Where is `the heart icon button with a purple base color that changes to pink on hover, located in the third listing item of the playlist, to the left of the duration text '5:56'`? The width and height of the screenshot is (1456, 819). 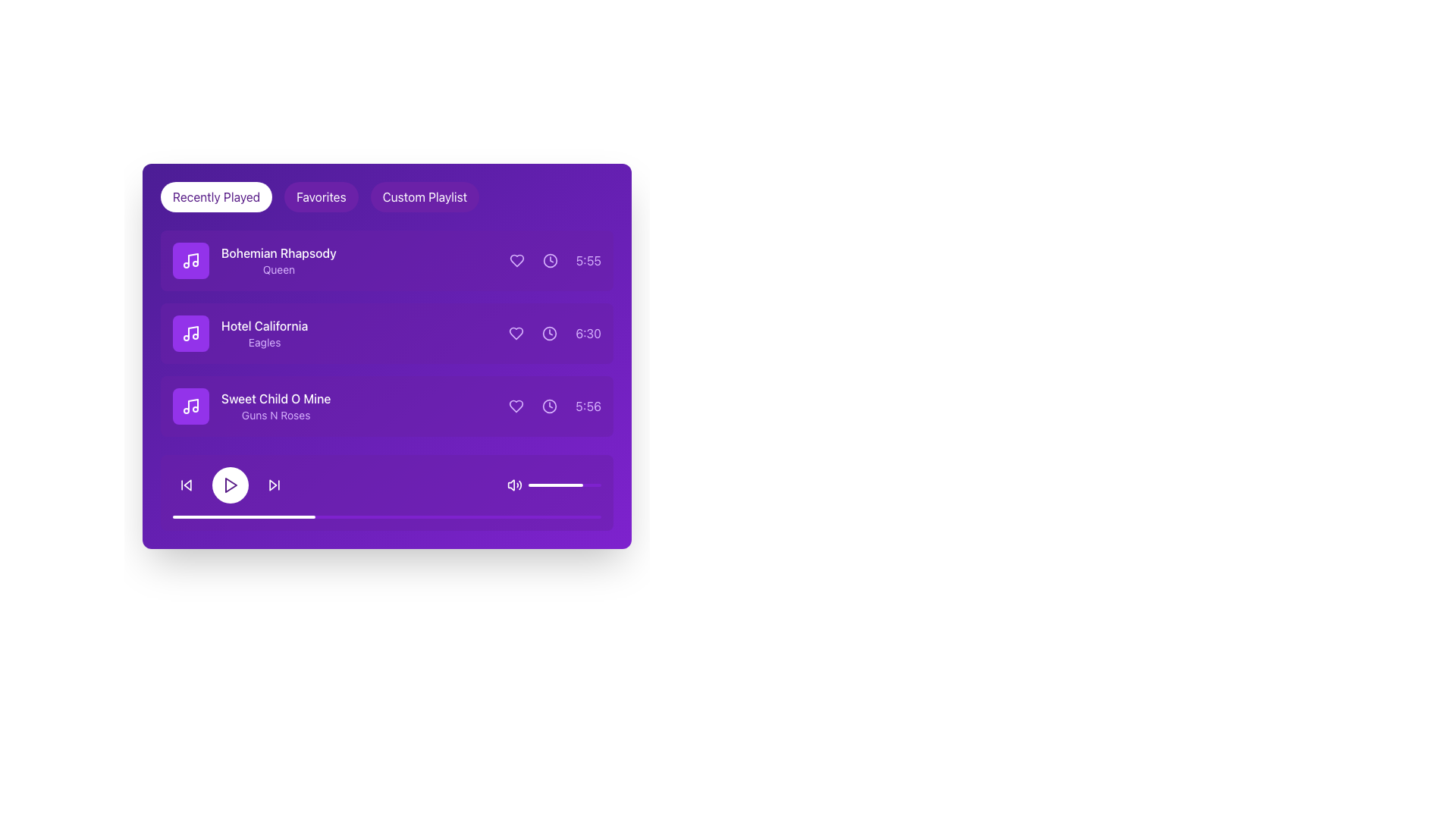
the heart icon button with a purple base color that changes to pink on hover, located in the third listing item of the playlist, to the left of the duration text '5:56' is located at coordinates (516, 406).